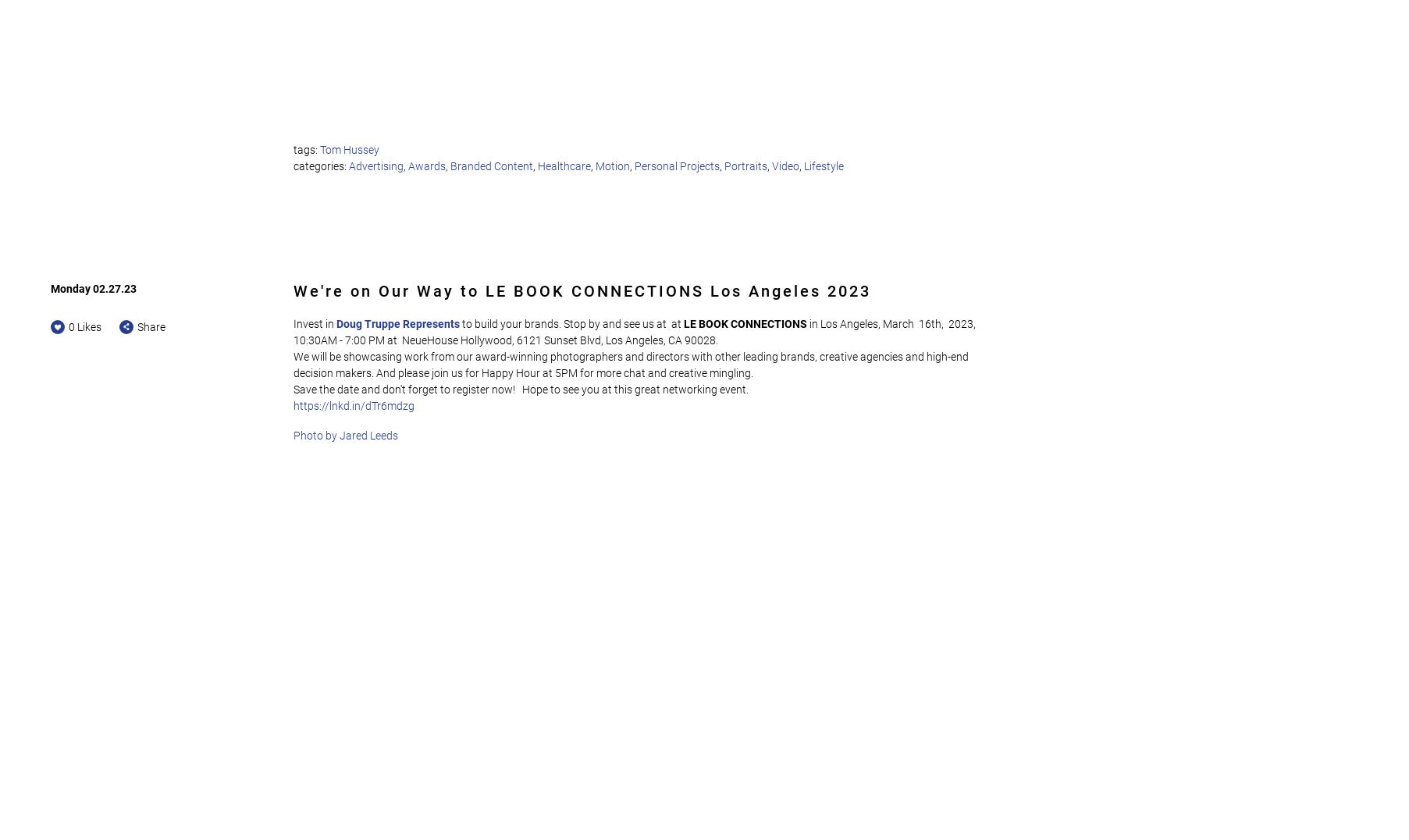 The image size is (1409, 840). What do you see at coordinates (344, 435) in the screenshot?
I see `'Photo by Jared Leeds'` at bounding box center [344, 435].